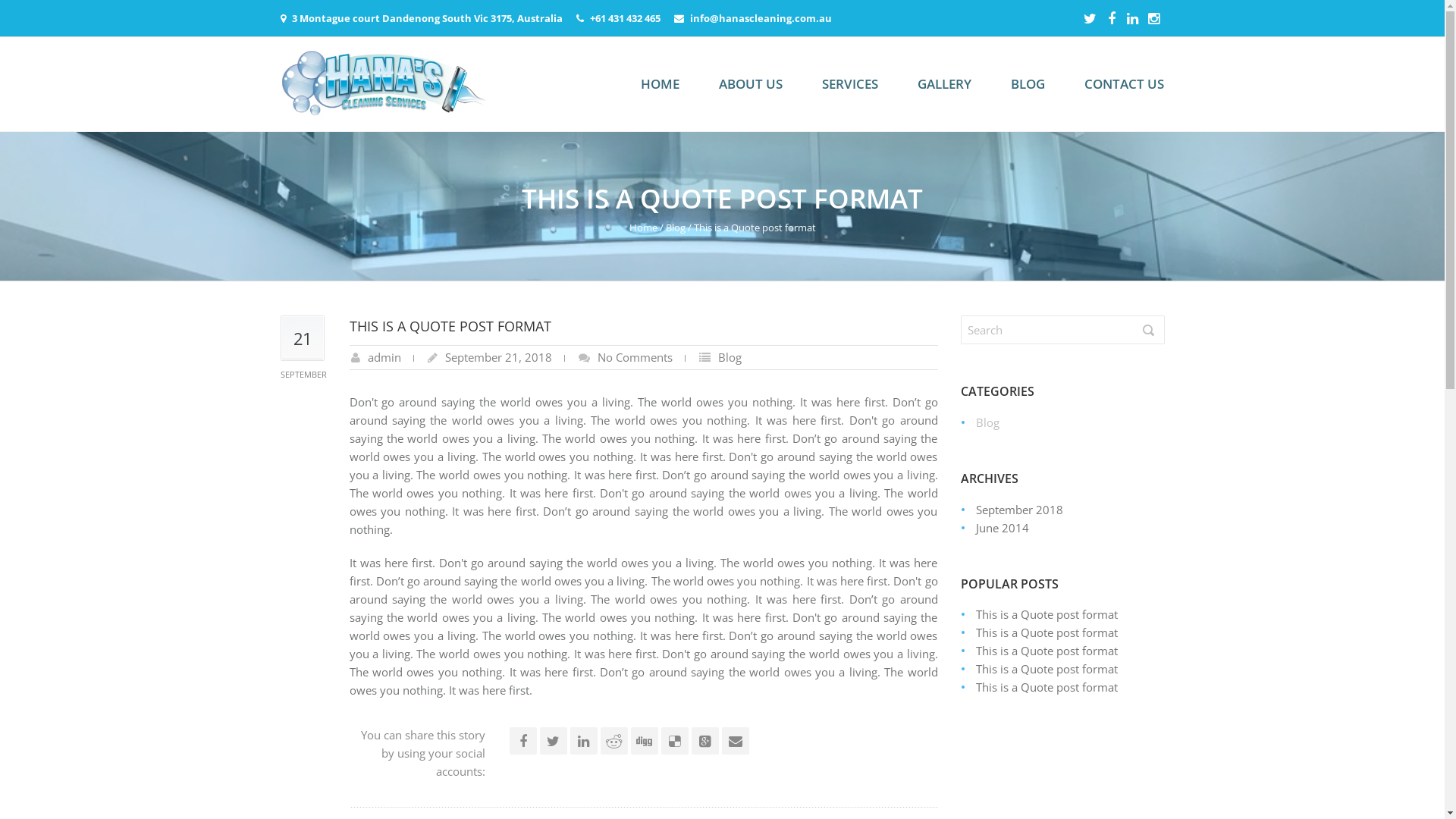  I want to click on 'Facebook', so click(1111, 17).